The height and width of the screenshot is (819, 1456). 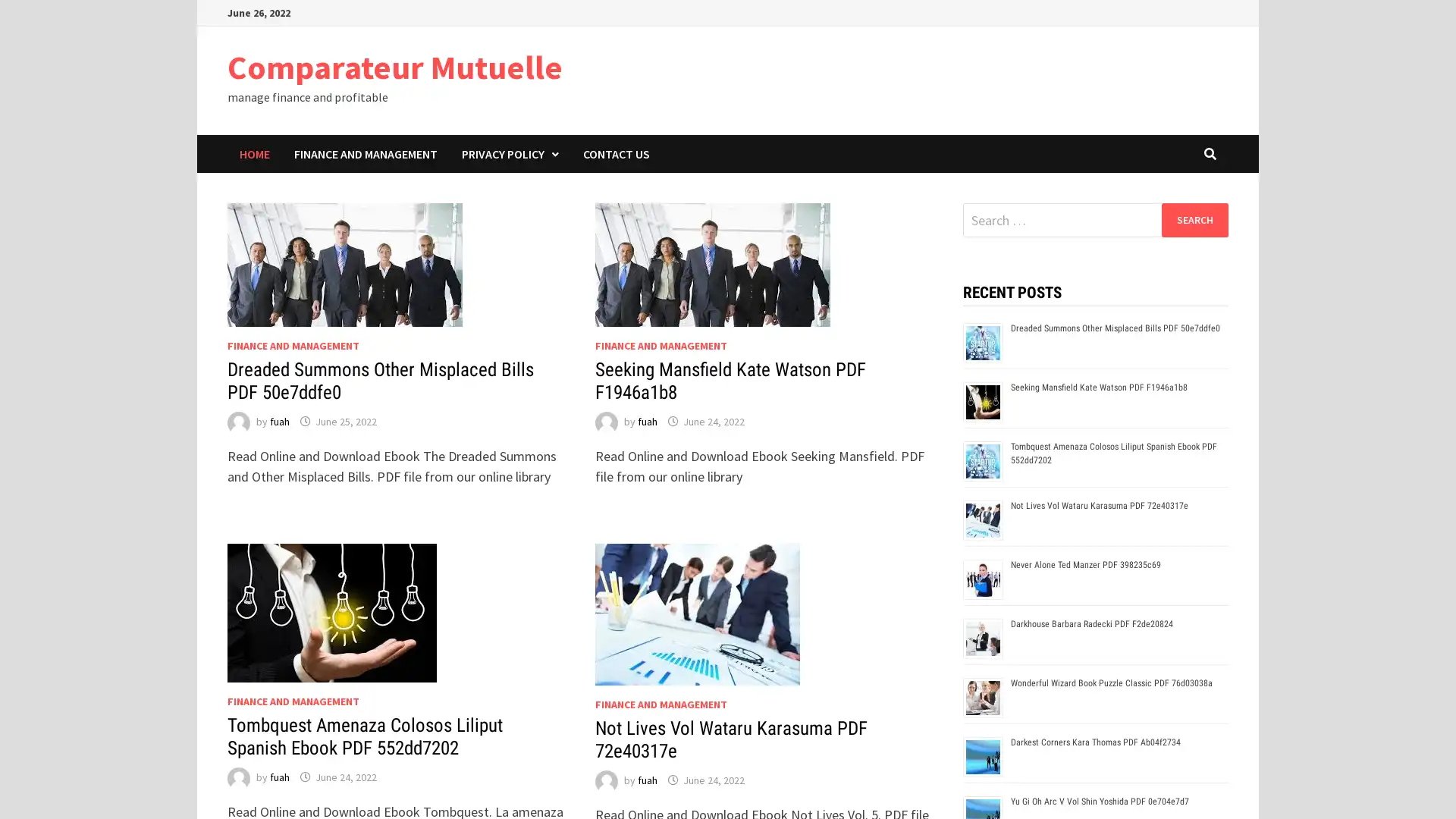 What do you see at coordinates (1194, 219) in the screenshot?
I see `Search` at bounding box center [1194, 219].